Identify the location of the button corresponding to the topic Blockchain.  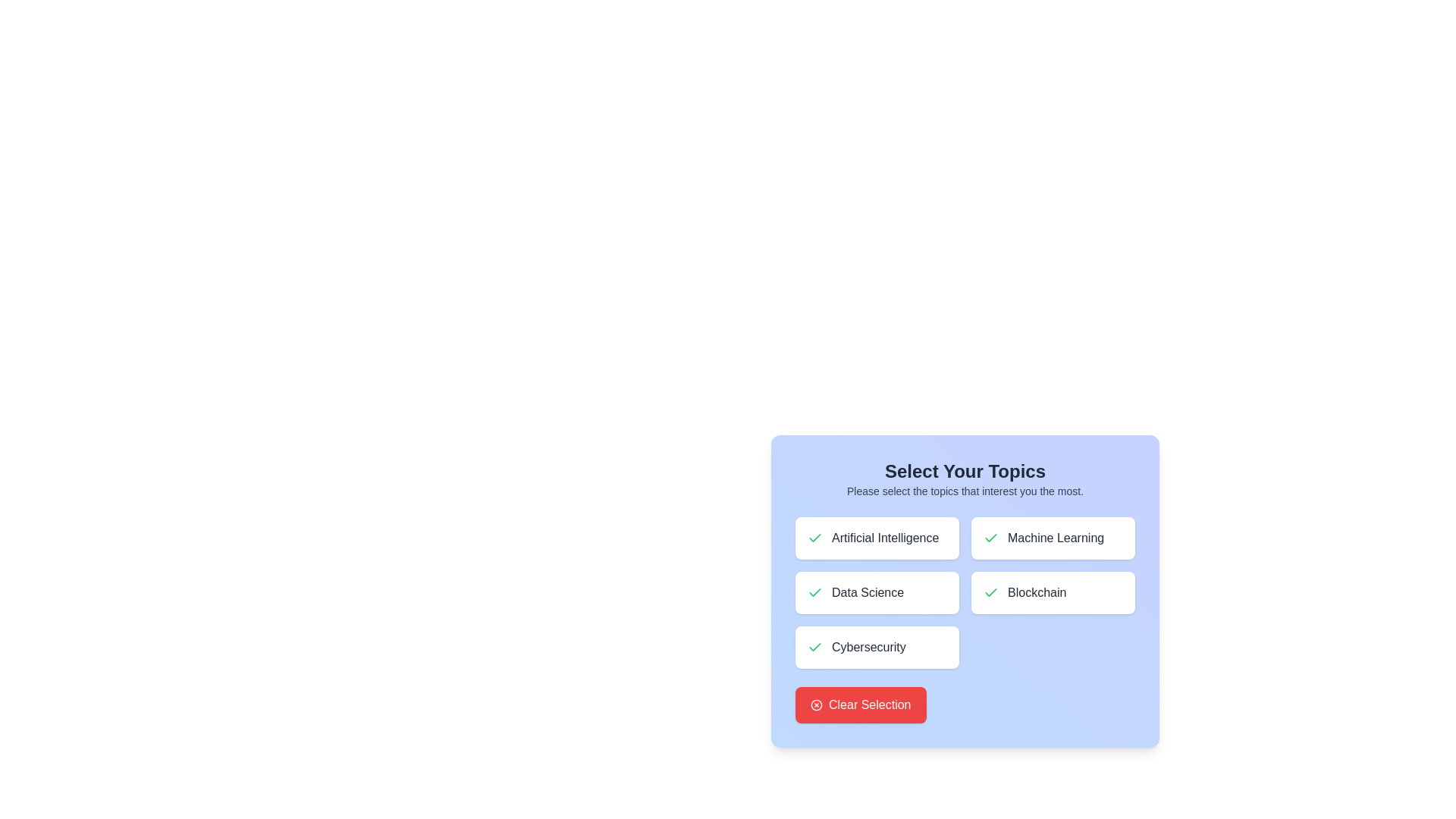
(1052, 592).